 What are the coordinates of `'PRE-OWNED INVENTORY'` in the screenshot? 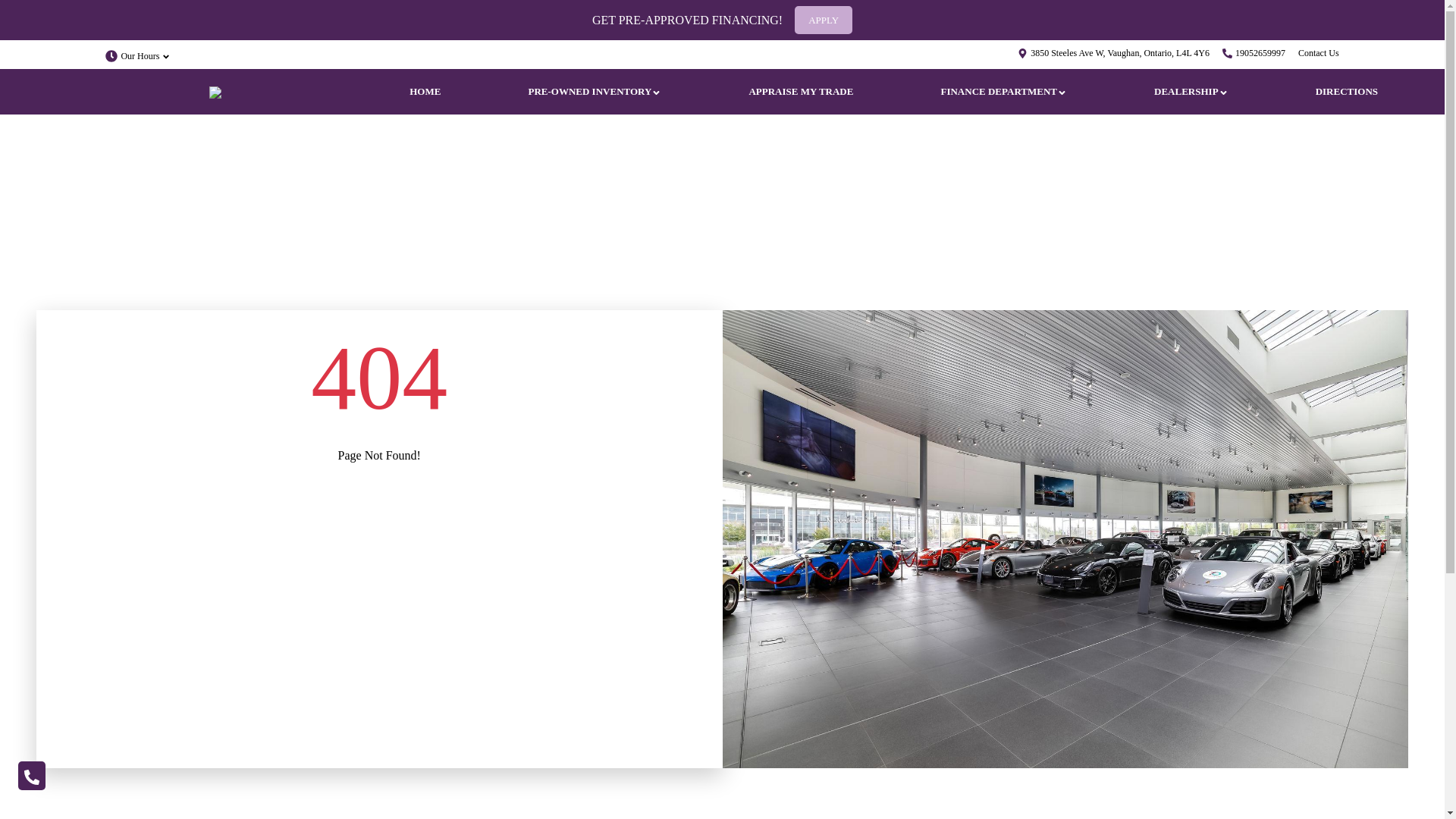 It's located at (593, 91).